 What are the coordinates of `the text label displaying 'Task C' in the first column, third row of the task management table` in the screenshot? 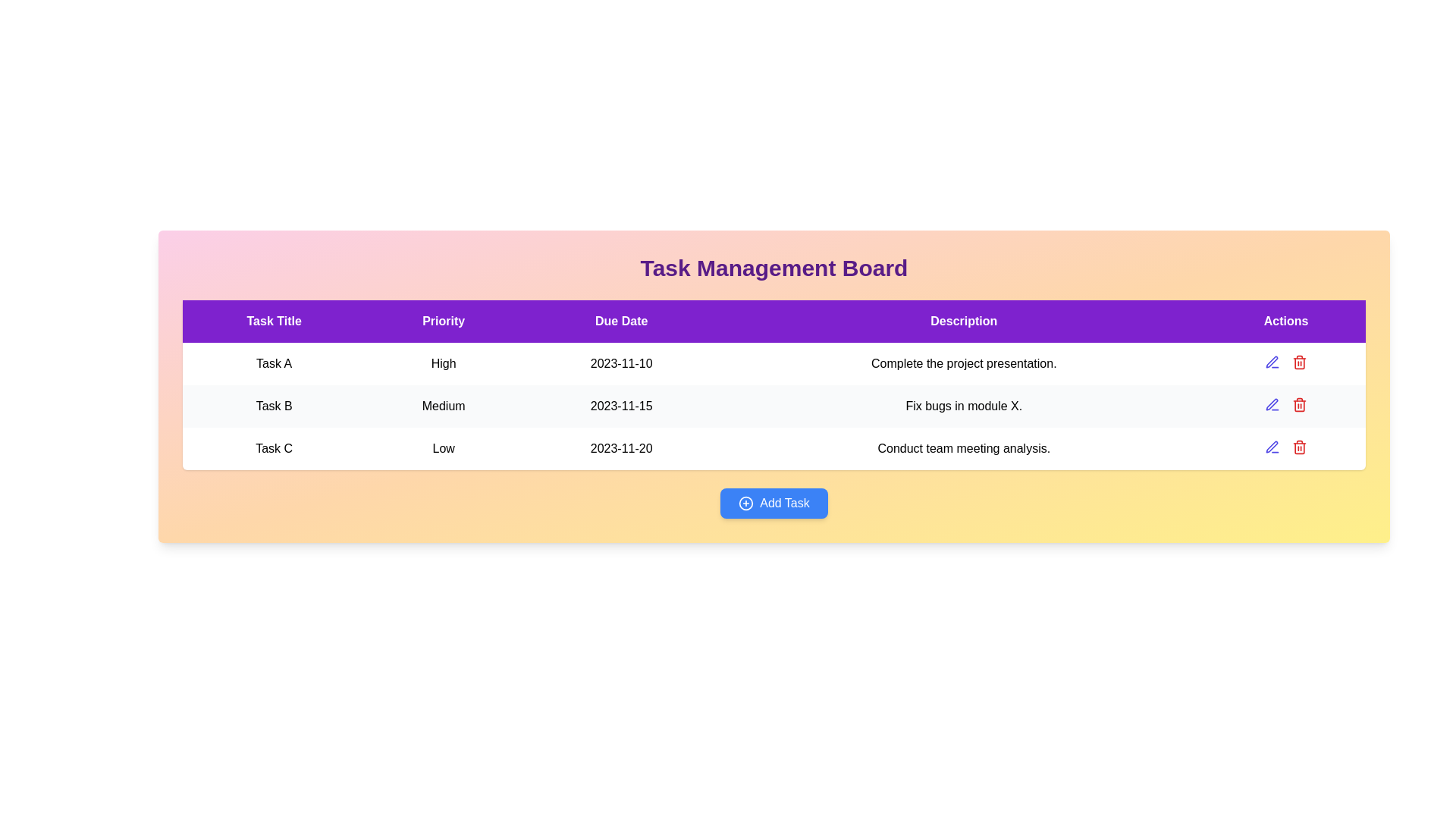 It's located at (274, 447).